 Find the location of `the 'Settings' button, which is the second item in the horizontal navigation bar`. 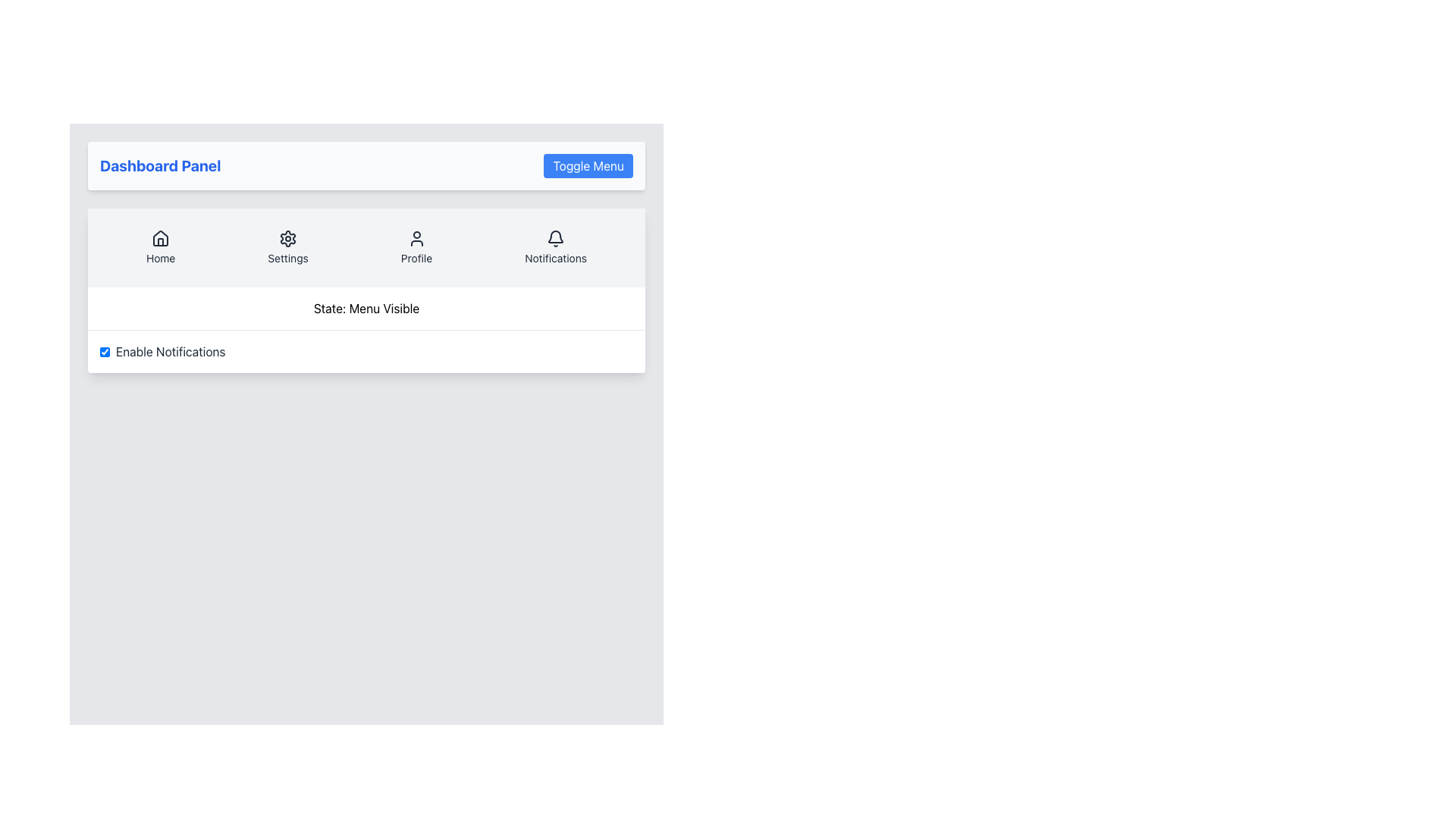

the 'Settings' button, which is the second item in the horizontal navigation bar is located at coordinates (288, 247).